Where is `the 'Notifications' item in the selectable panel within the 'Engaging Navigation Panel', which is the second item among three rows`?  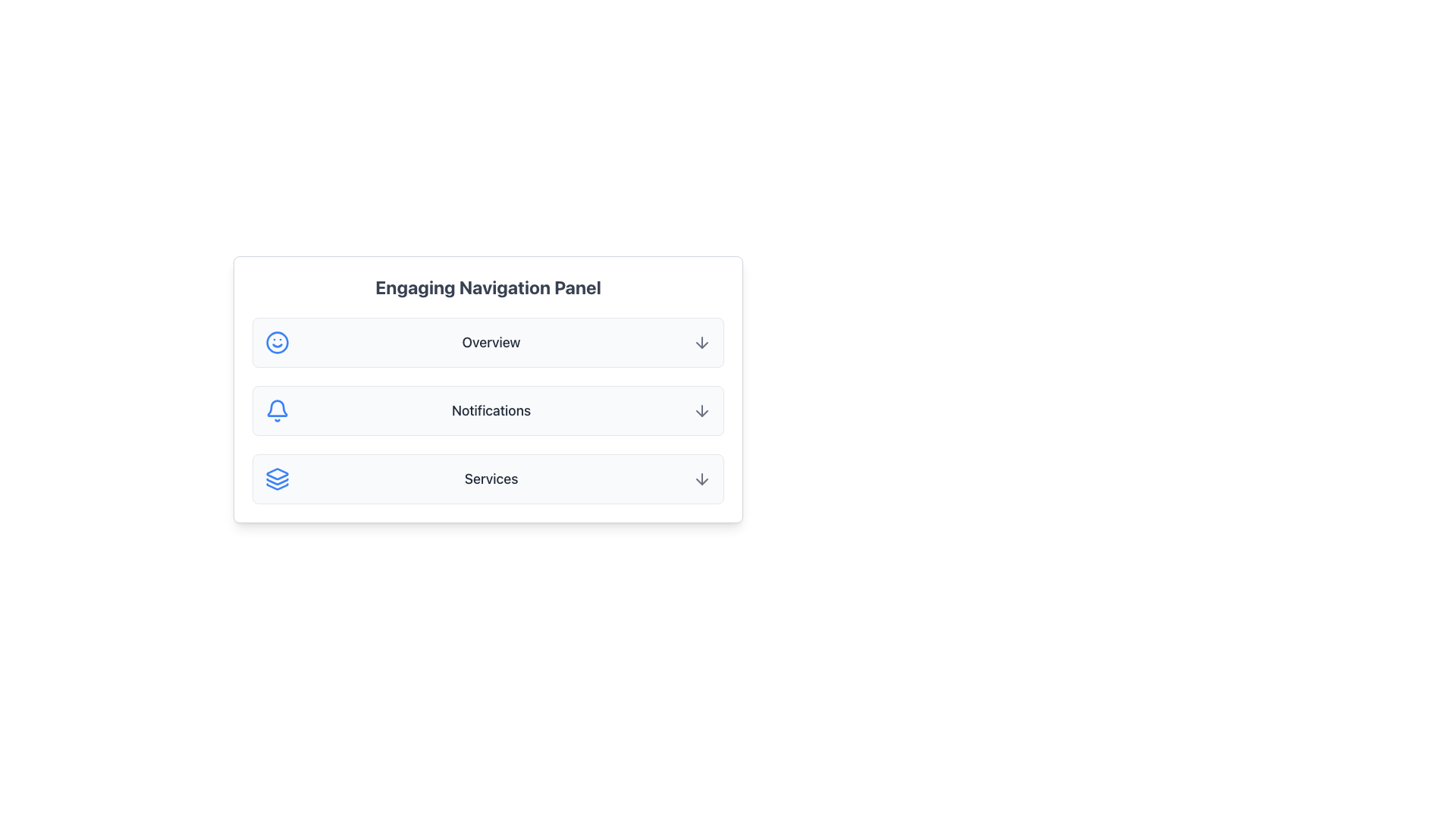 the 'Notifications' item in the selectable panel within the 'Engaging Navigation Panel', which is the second item among three rows is located at coordinates (488, 388).